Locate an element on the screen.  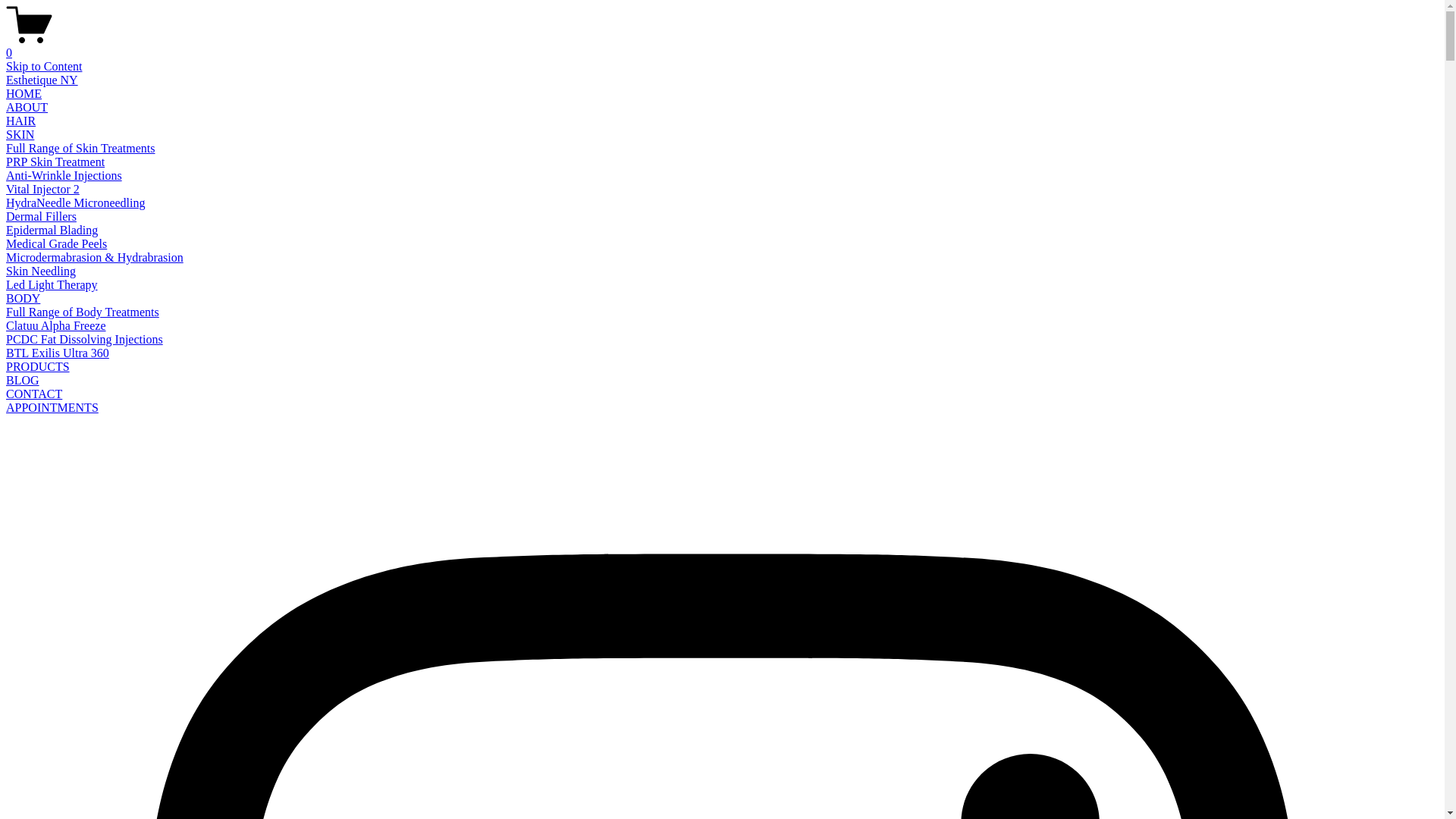
'ABOUT' is located at coordinates (27, 106).